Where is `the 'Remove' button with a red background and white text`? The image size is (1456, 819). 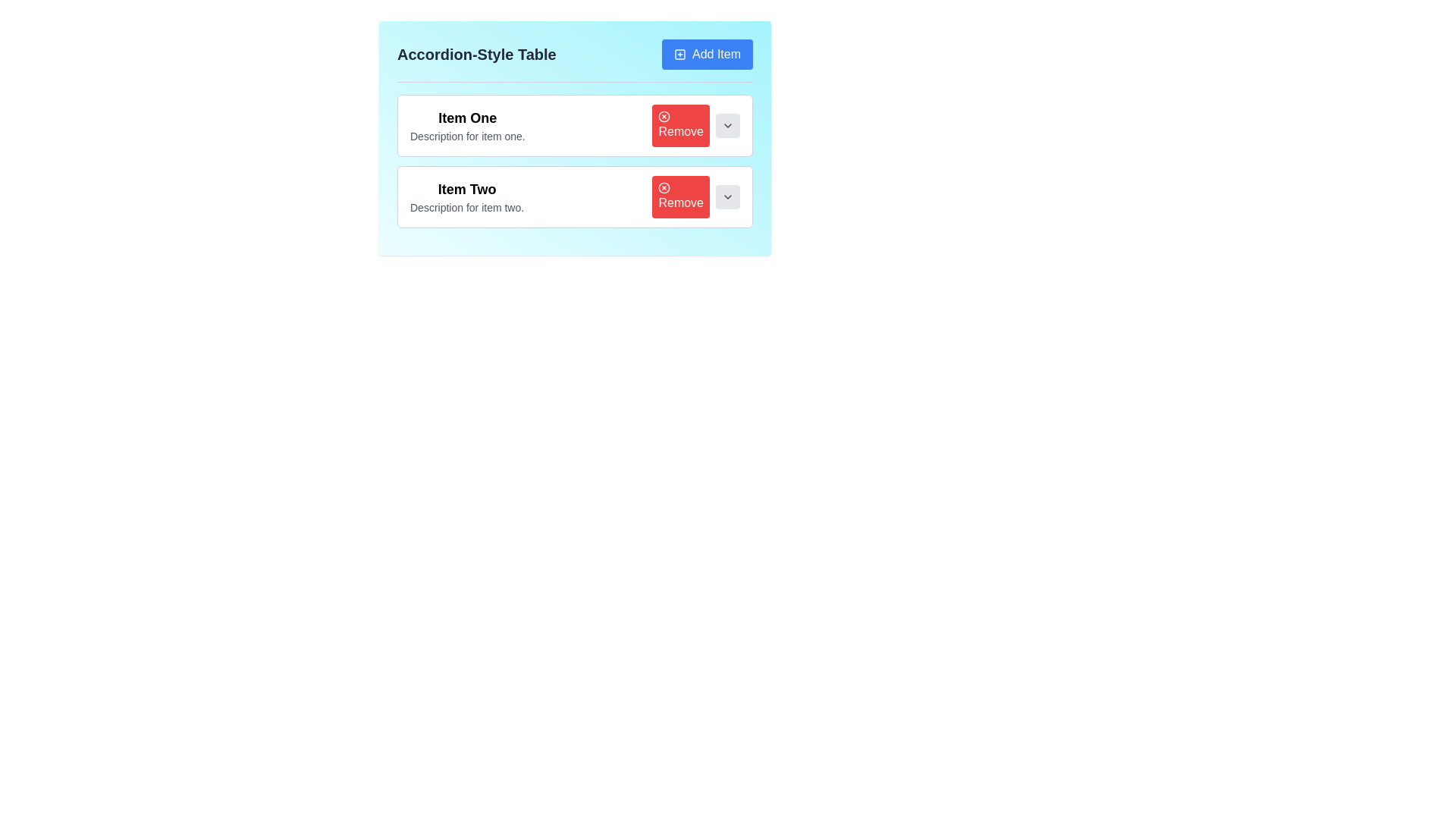
the 'Remove' button with a red background and white text is located at coordinates (695, 196).